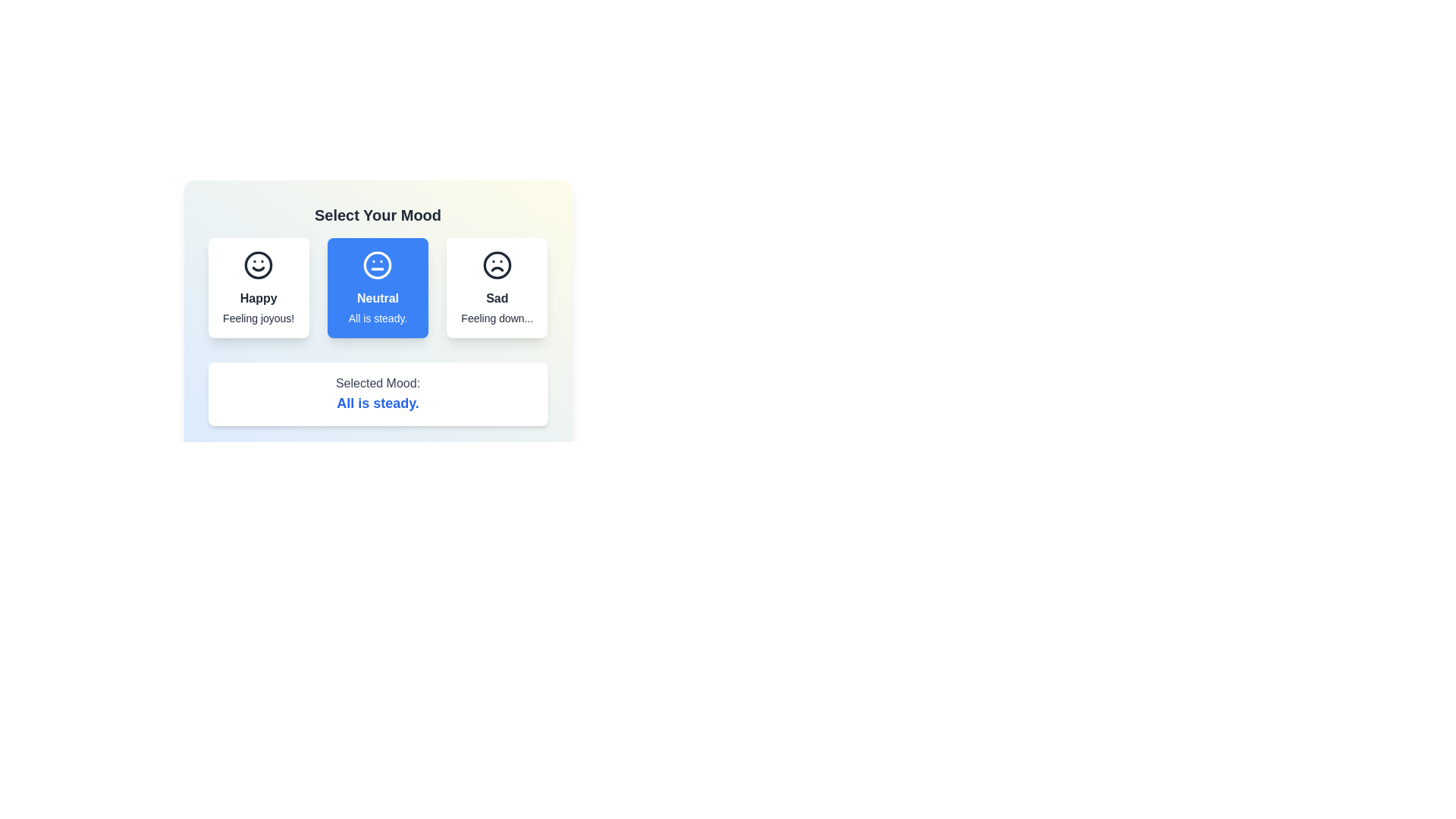 Image resolution: width=1456 pixels, height=819 pixels. What do you see at coordinates (497, 288) in the screenshot?
I see `the mood button corresponding to sad` at bounding box center [497, 288].